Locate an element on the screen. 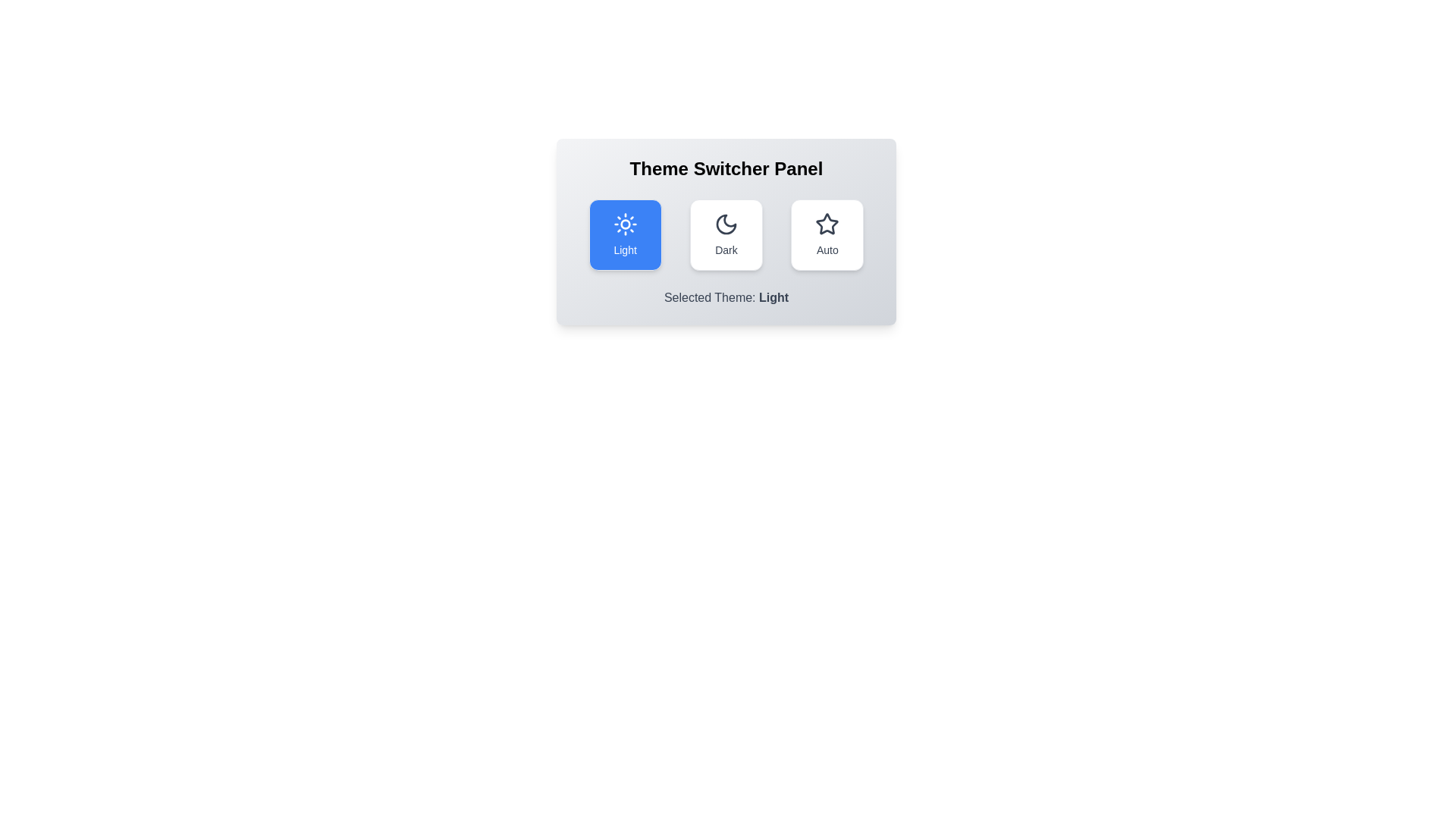 This screenshot has width=1456, height=819. the descriptive label for the 'Light' theme selection option, located under the sun icon in the leftmost section of the theme options row is located at coordinates (625, 249).